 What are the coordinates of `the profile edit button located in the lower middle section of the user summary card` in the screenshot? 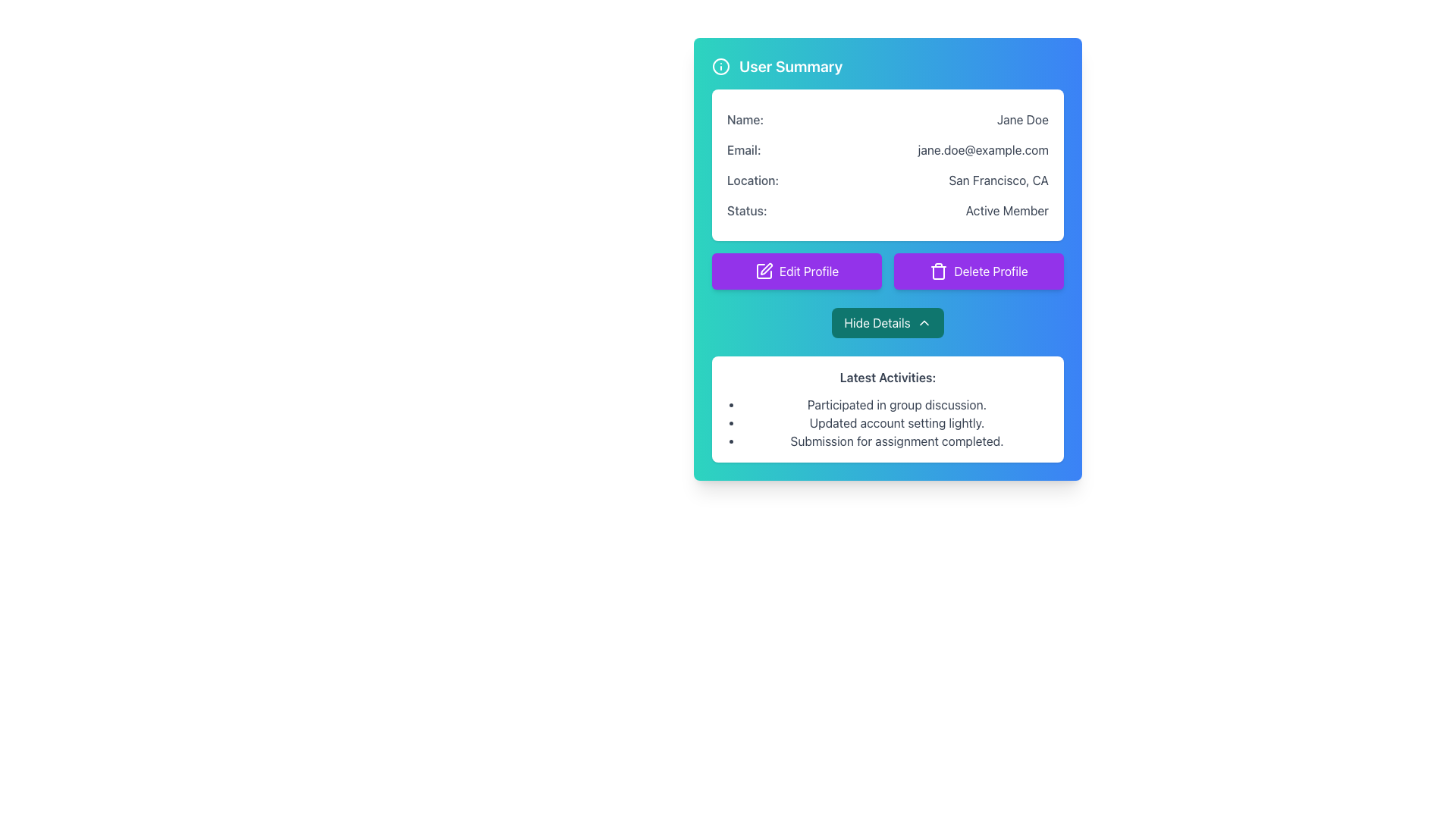 It's located at (796, 271).